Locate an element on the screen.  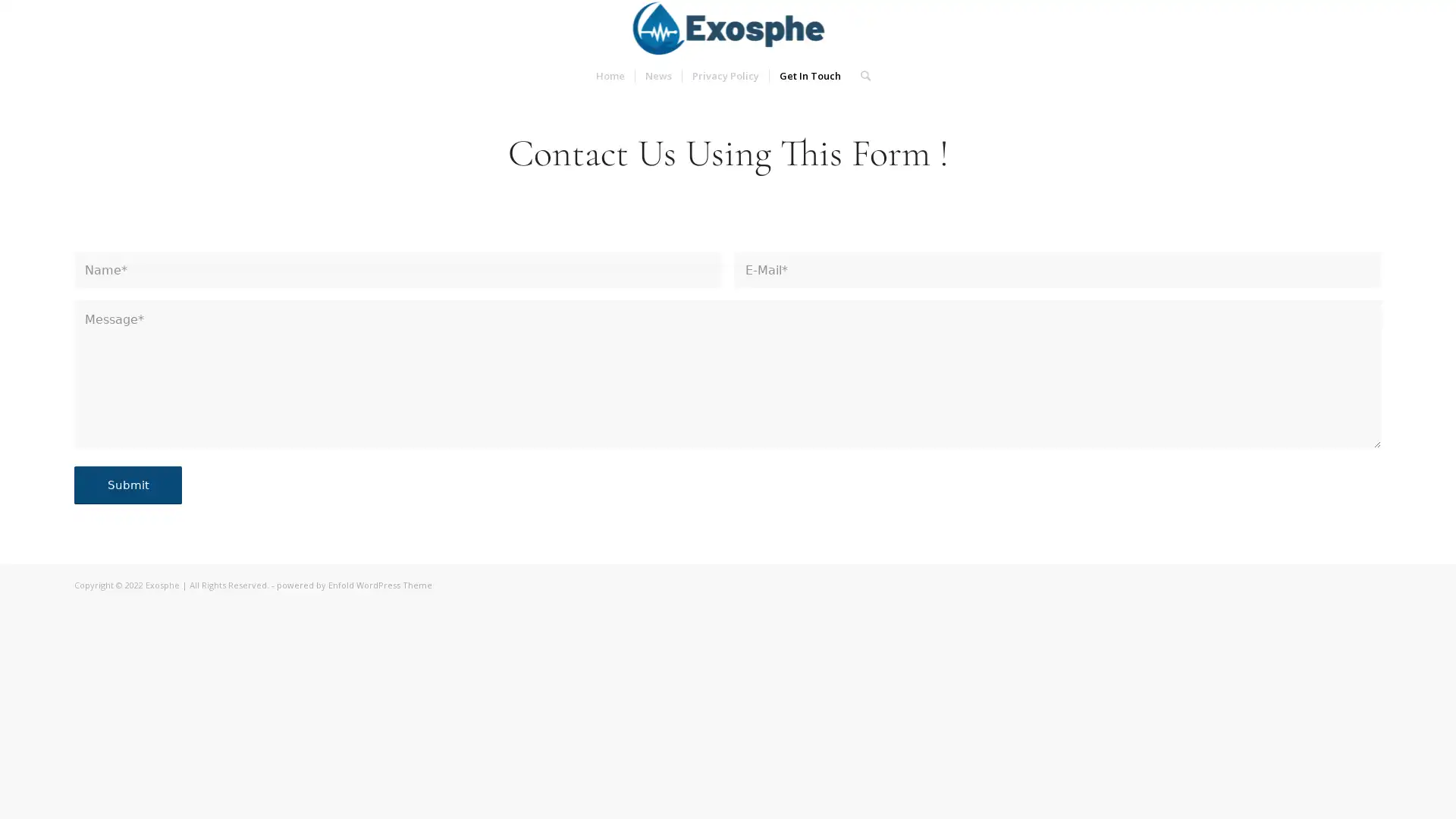
Submit is located at coordinates (127, 485).